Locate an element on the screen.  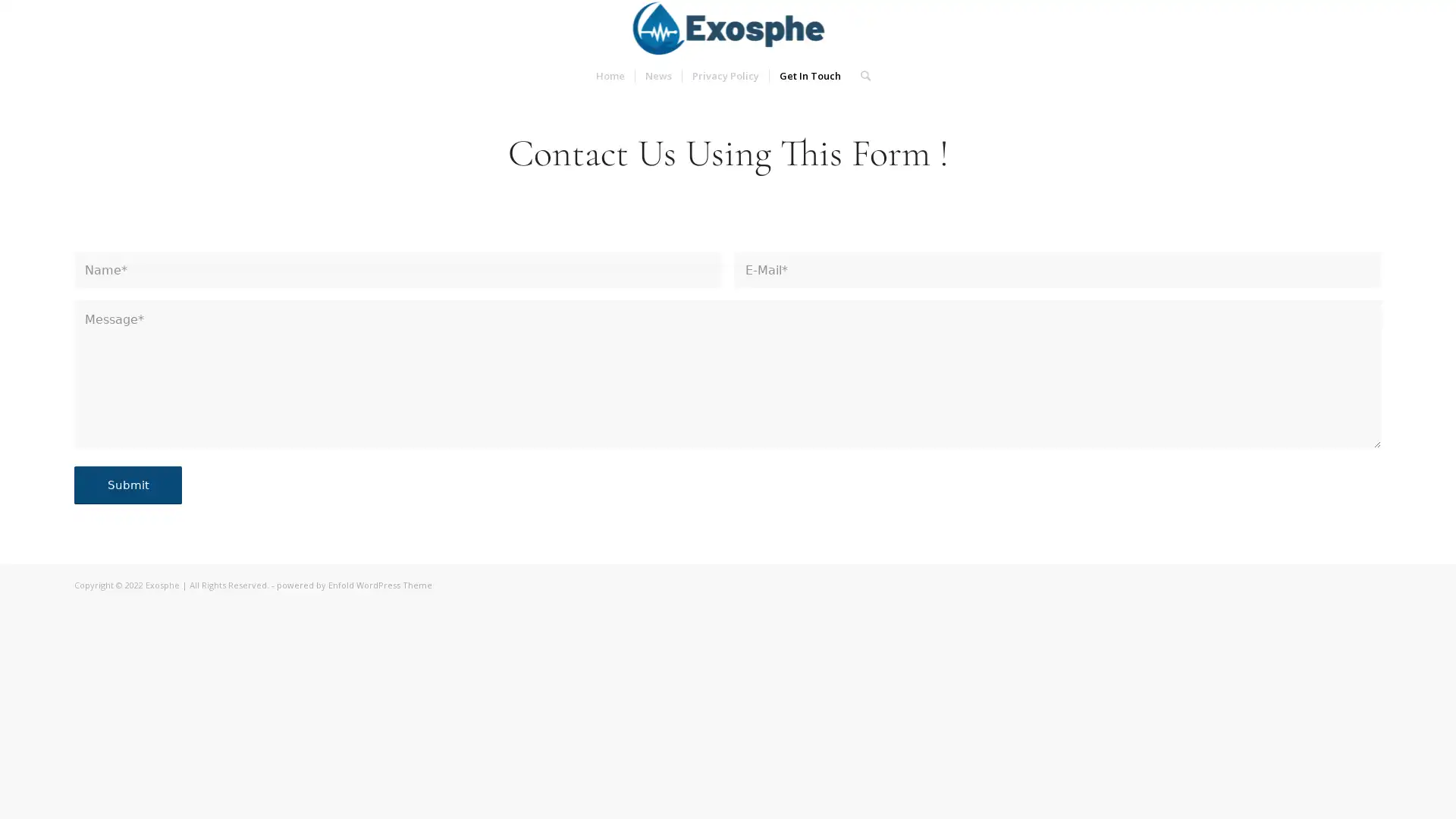
Submit is located at coordinates (127, 485).